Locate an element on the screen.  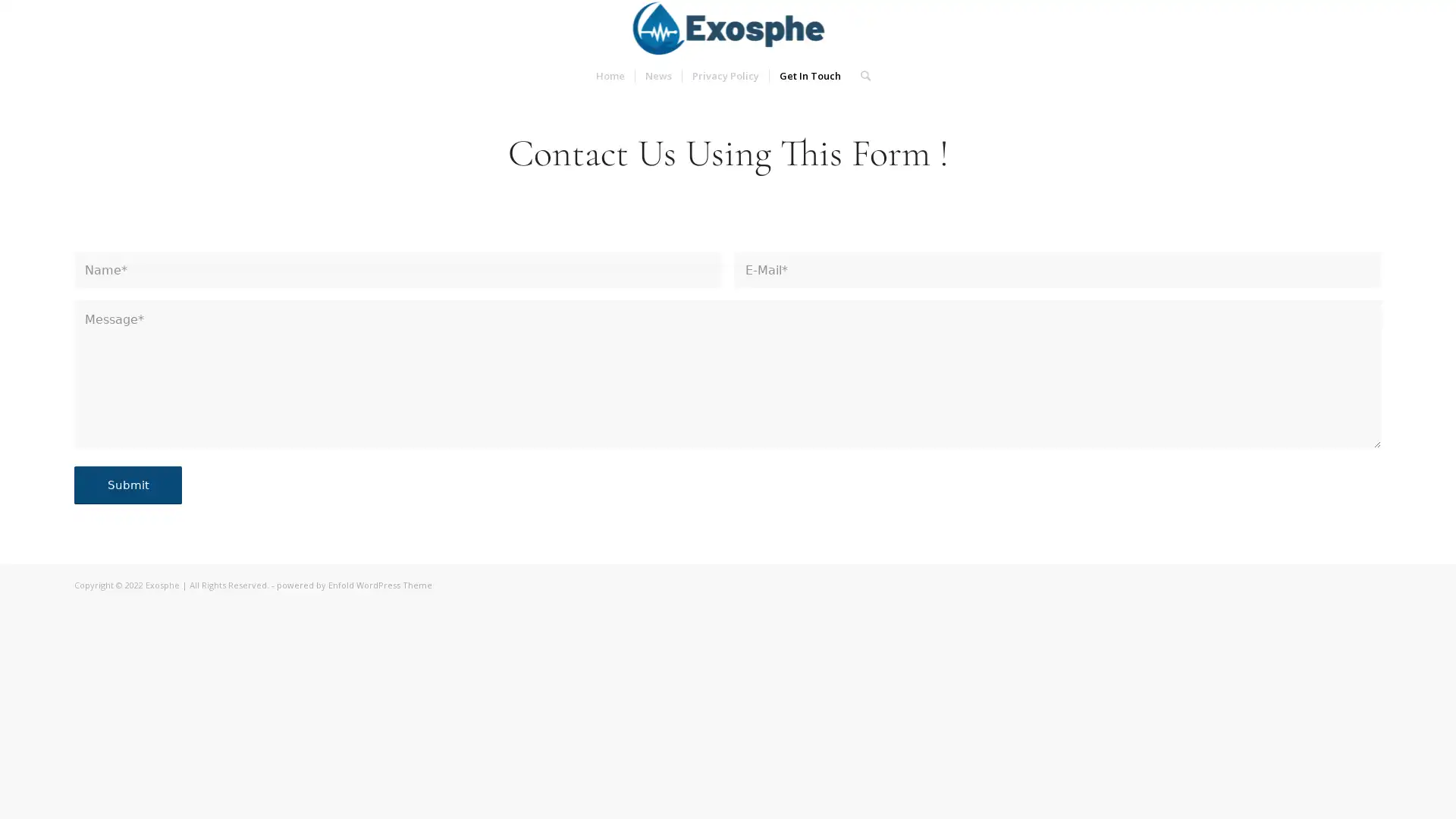
Submit is located at coordinates (127, 485).